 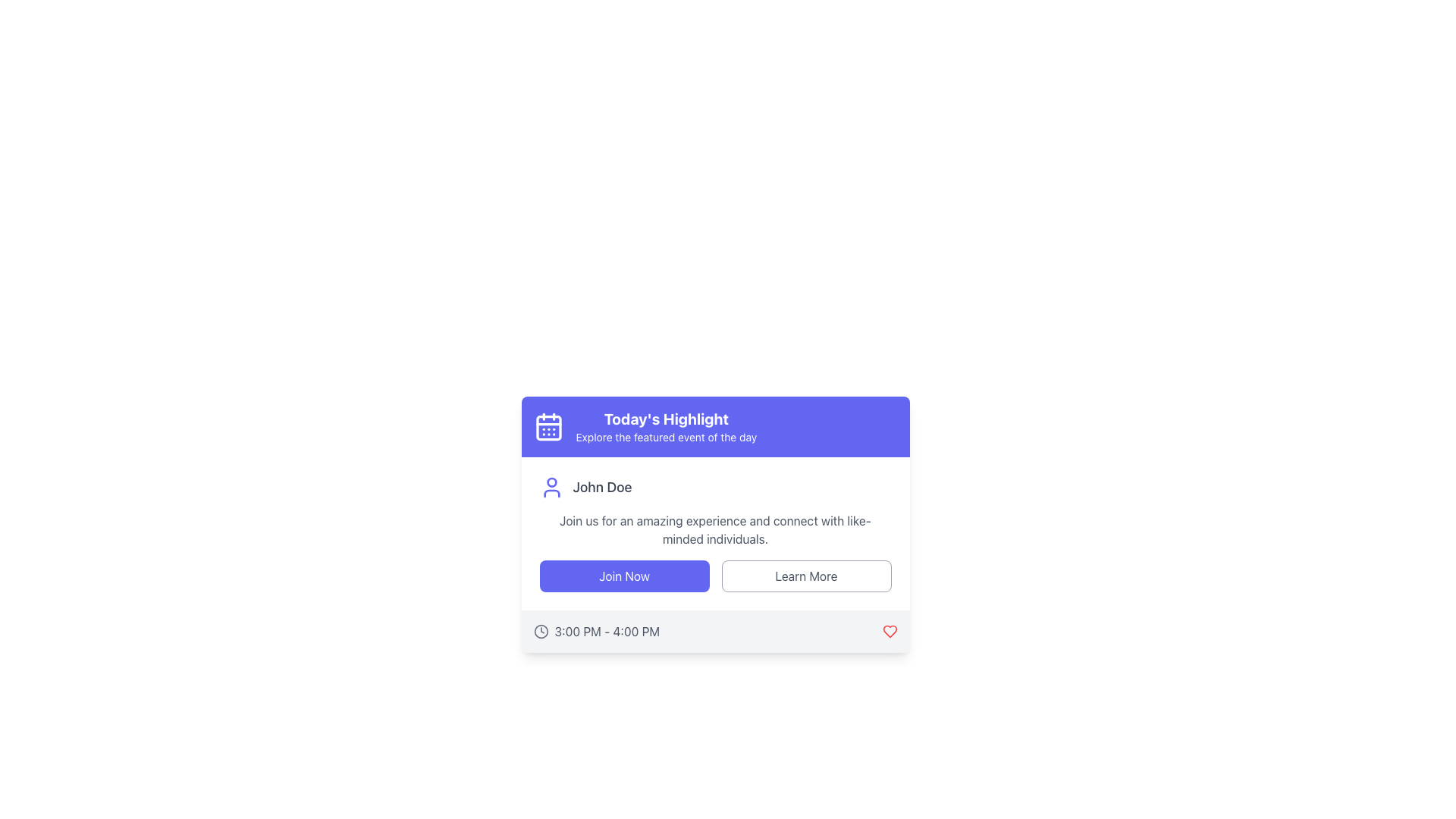 What do you see at coordinates (548, 427) in the screenshot?
I see `the calendar icon located at the top left corner of the 'Today's Highlight' box, which symbolizes event scheduling` at bounding box center [548, 427].